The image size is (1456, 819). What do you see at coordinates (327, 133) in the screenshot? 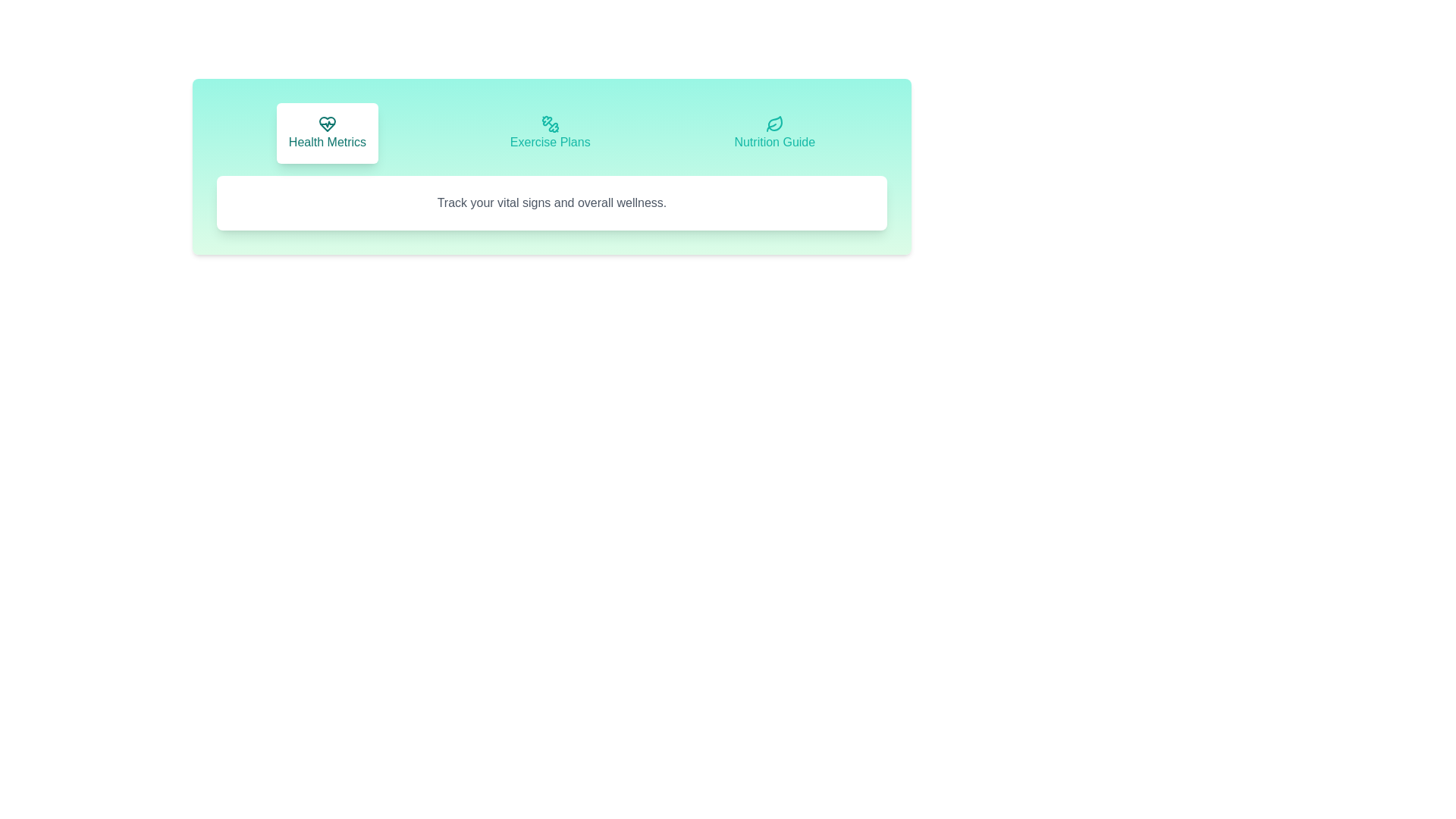
I see `the tab button labeled Health Metrics` at bounding box center [327, 133].